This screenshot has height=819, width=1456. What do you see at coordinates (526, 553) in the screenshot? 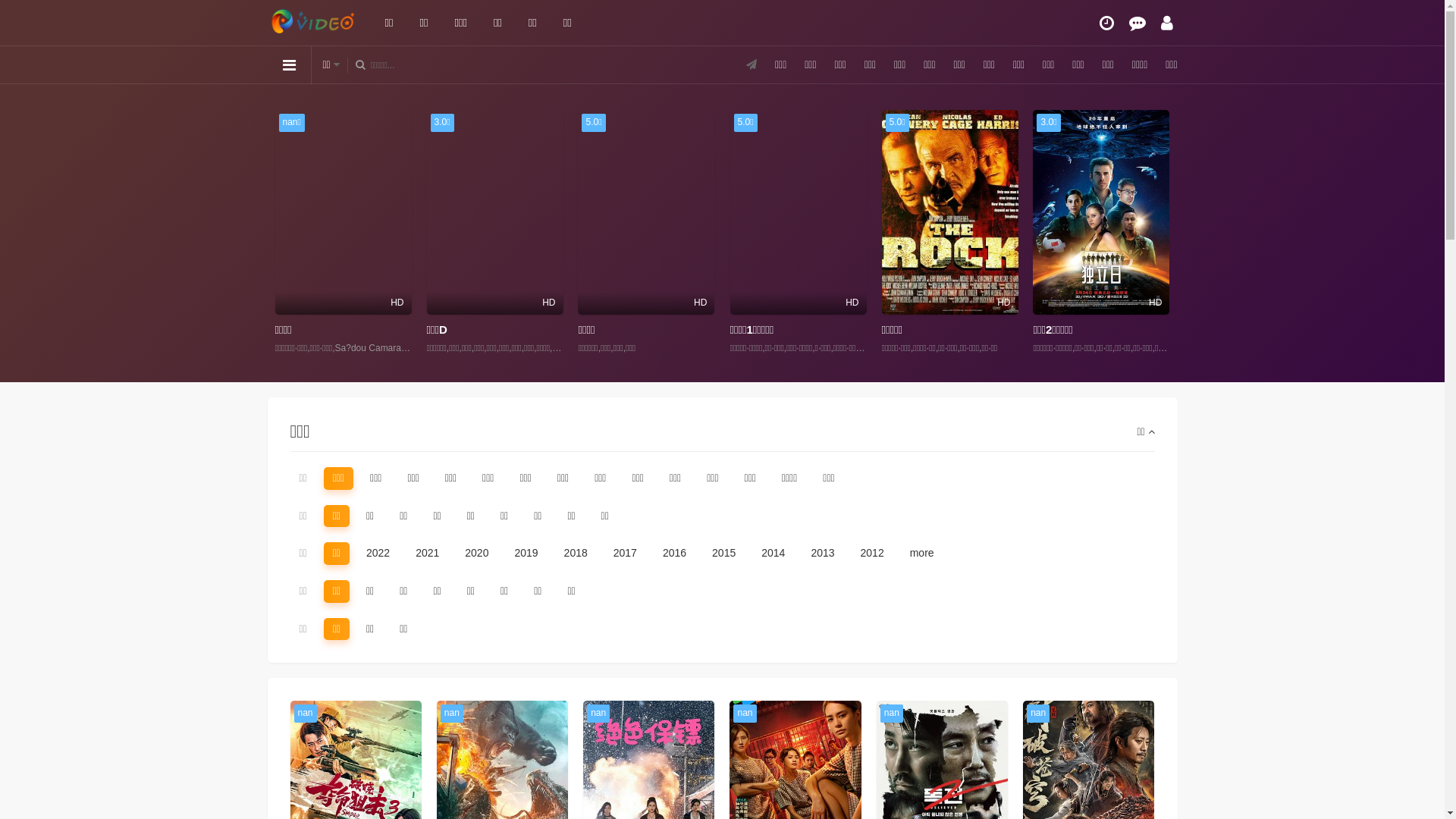
I see `'2019'` at bounding box center [526, 553].